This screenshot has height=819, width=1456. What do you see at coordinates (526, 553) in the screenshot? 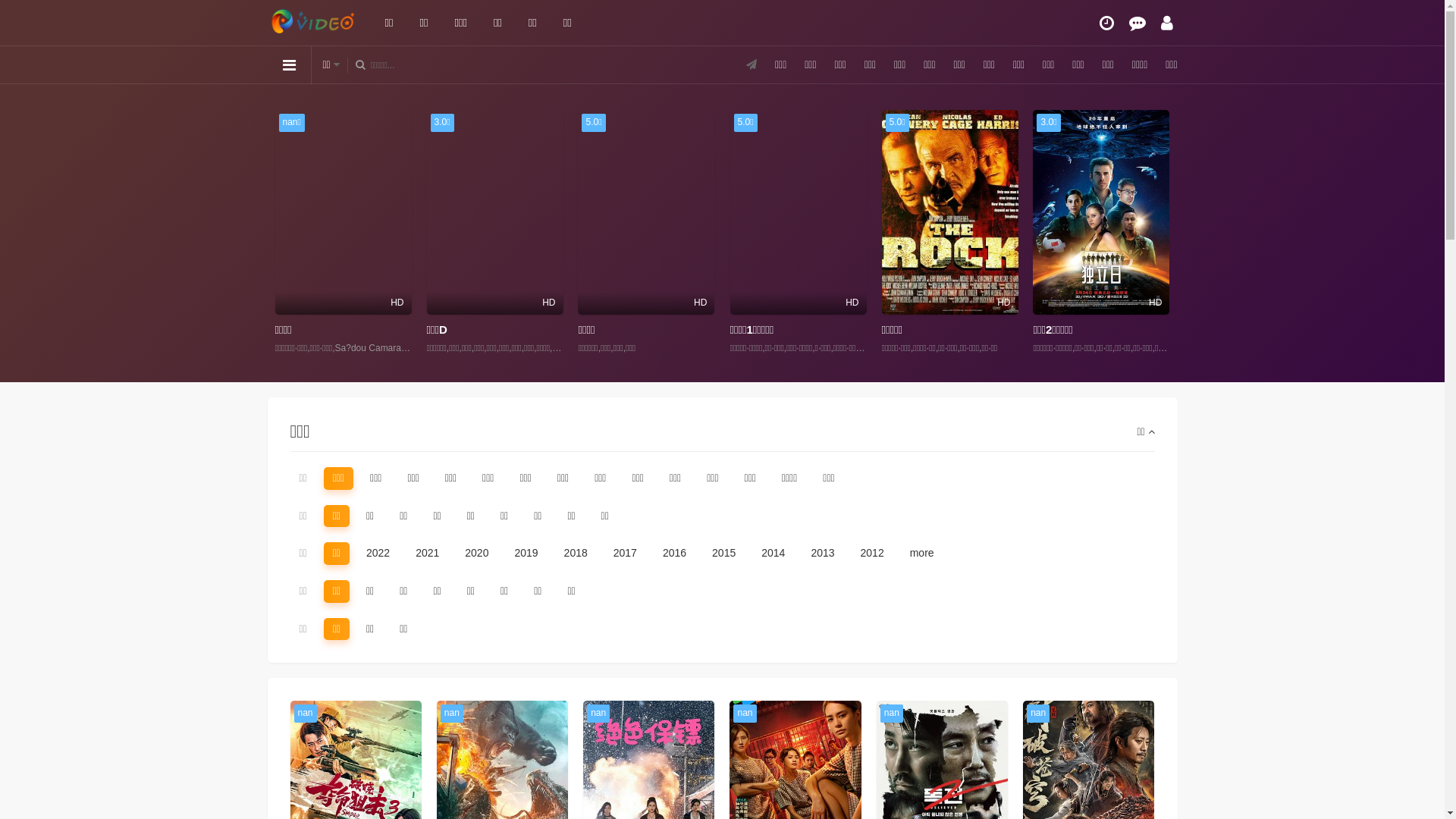
I see `'2019'` at bounding box center [526, 553].